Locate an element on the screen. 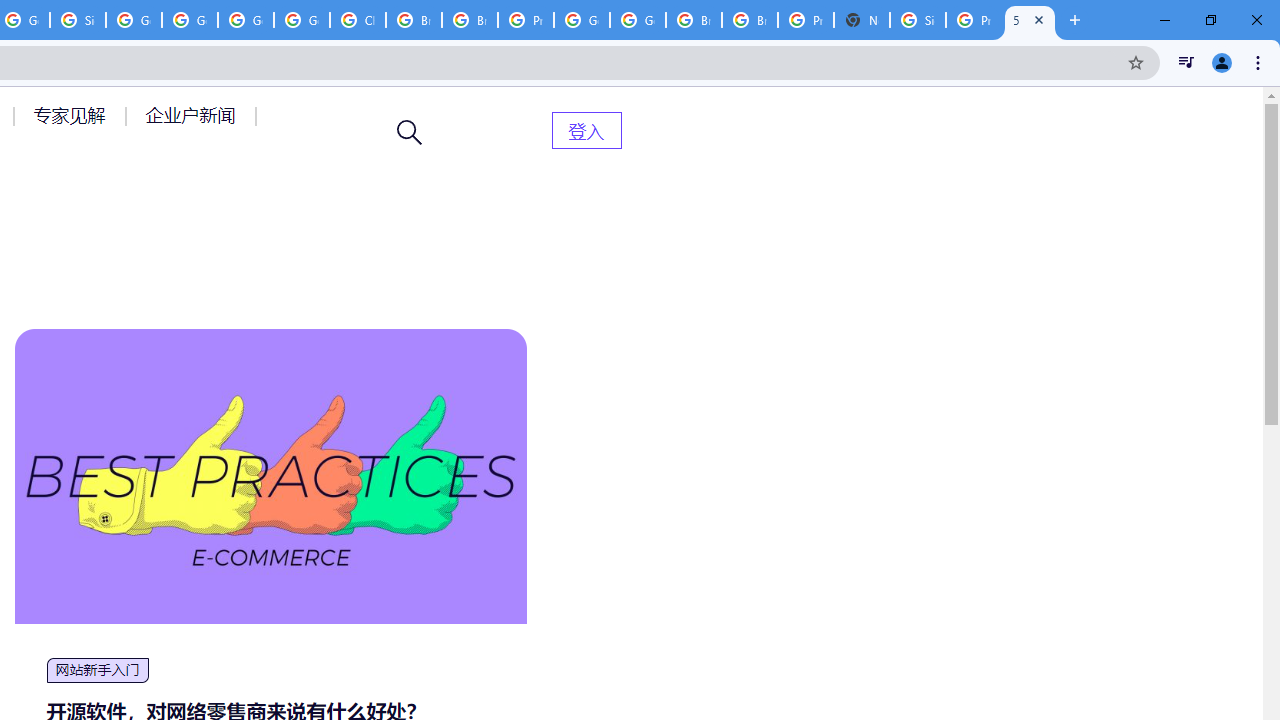  'Sign in - Google Accounts' is located at coordinates (916, 20).